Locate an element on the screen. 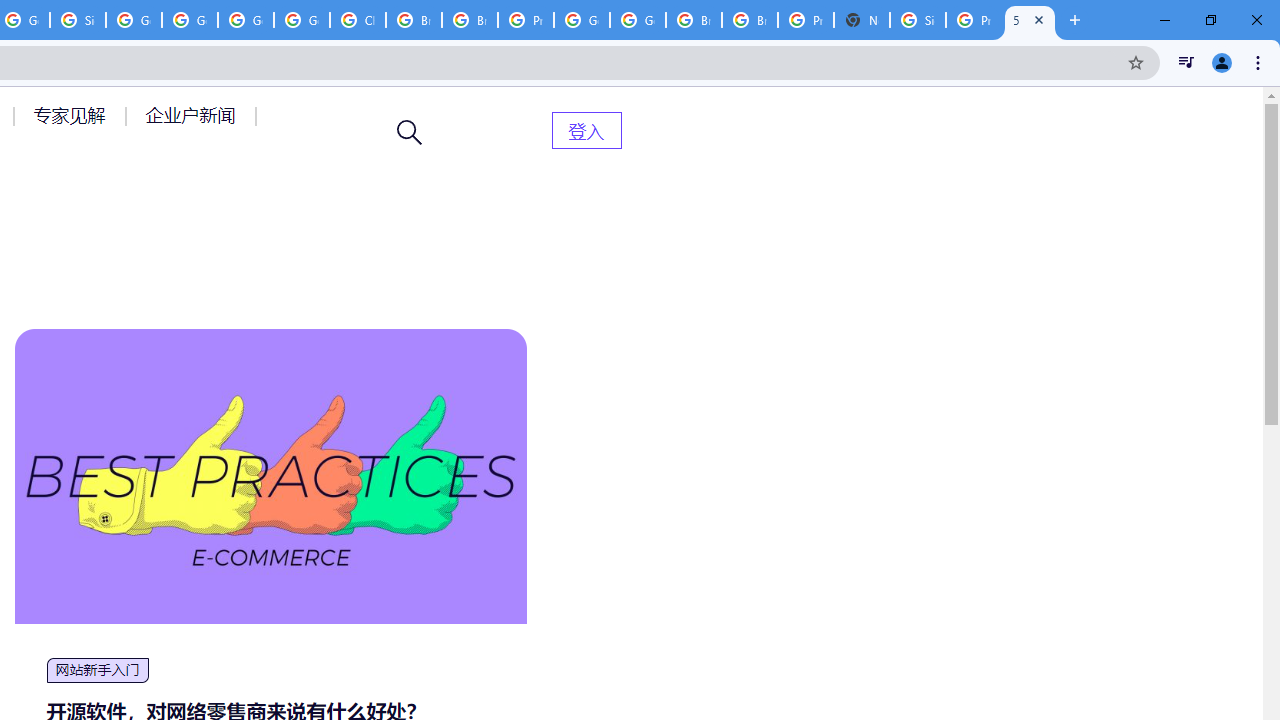  'Sign in - Google Accounts' is located at coordinates (916, 20).